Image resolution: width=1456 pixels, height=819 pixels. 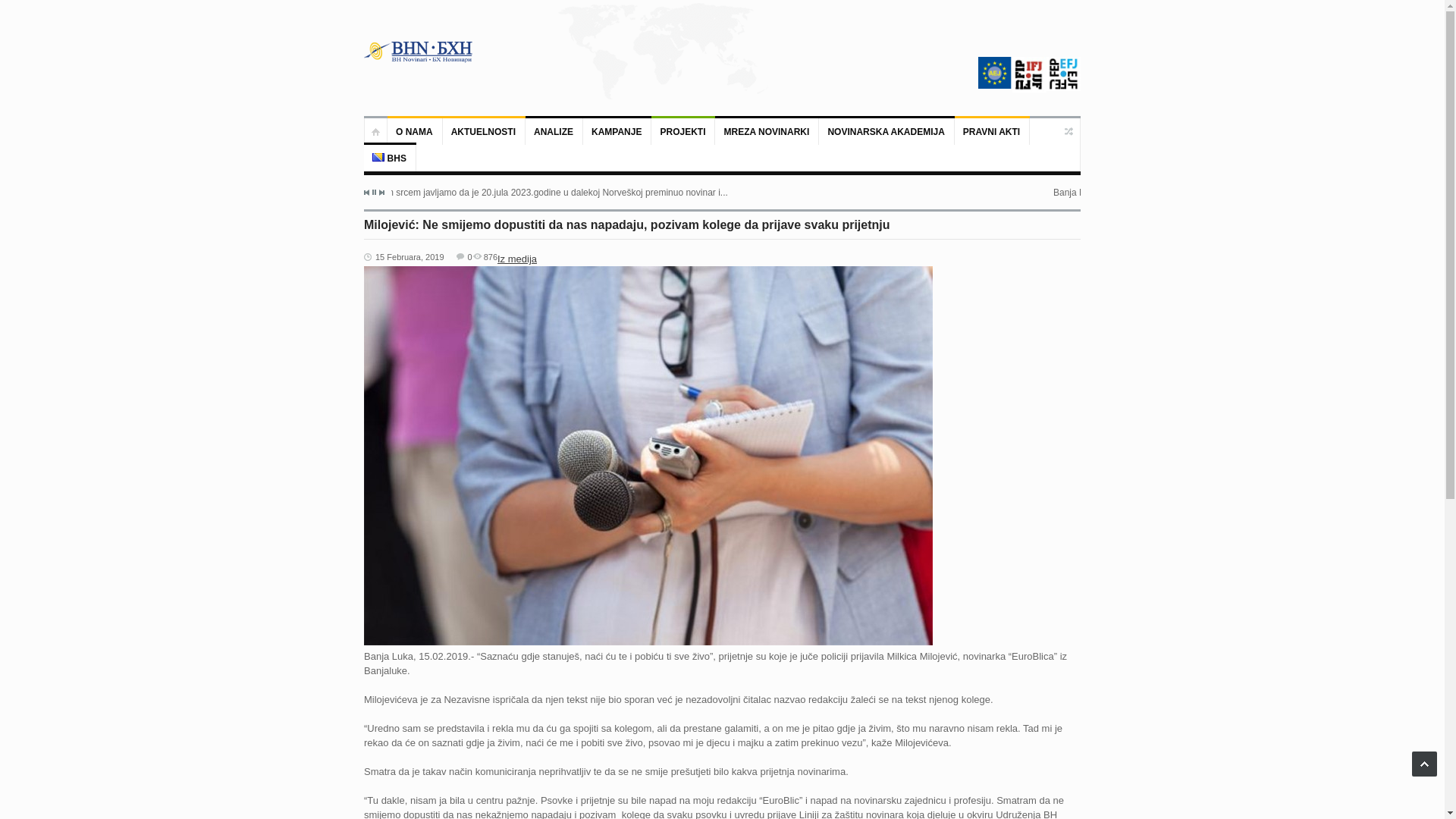 What do you see at coordinates (553, 130) in the screenshot?
I see `'ANALIZE'` at bounding box center [553, 130].